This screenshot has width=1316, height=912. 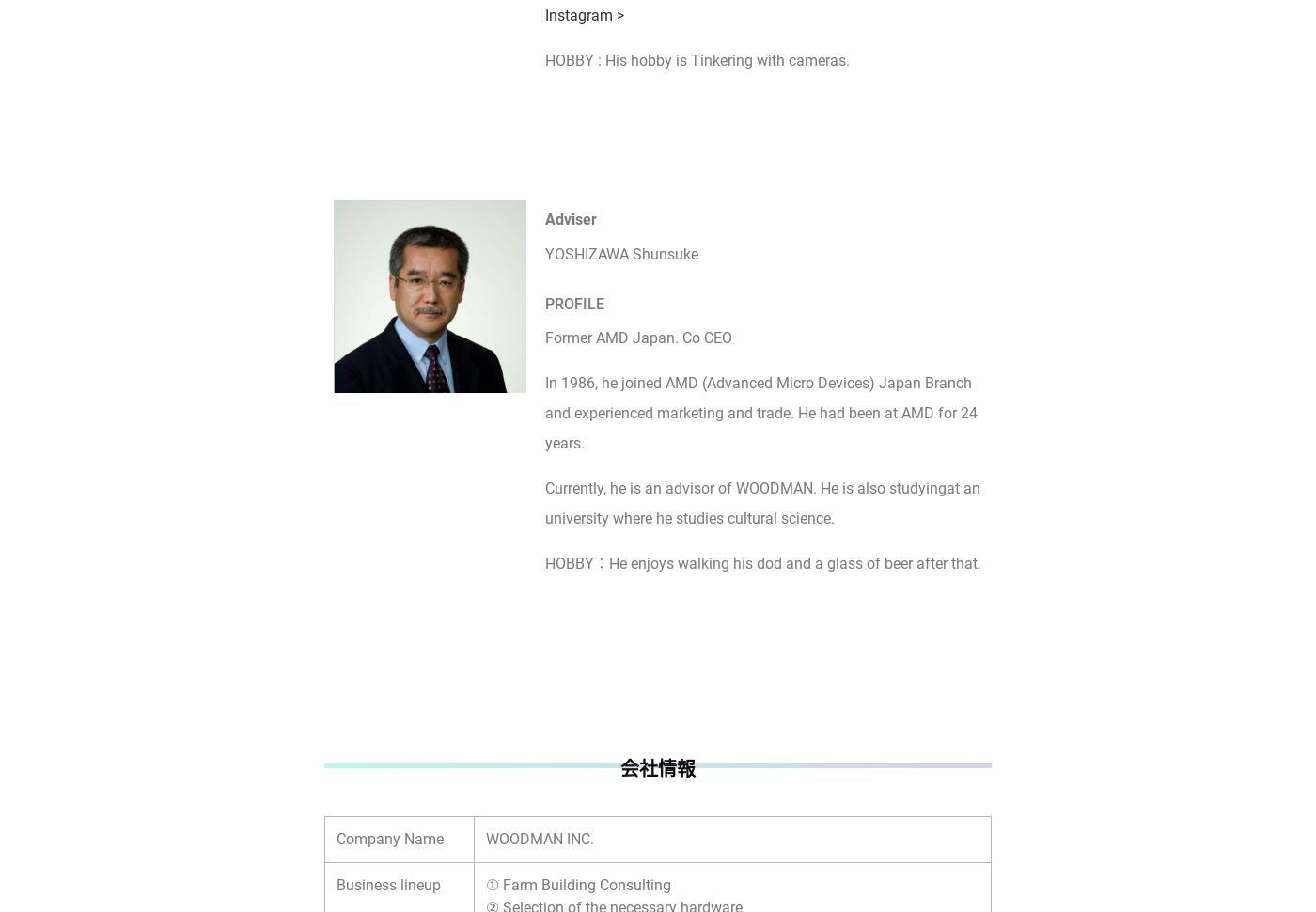 What do you see at coordinates (762, 502) in the screenshot?
I see `'Currently, he is an advisor of WOODMAN. He is also studyingat an university where he studies cultural science.'` at bounding box center [762, 502].